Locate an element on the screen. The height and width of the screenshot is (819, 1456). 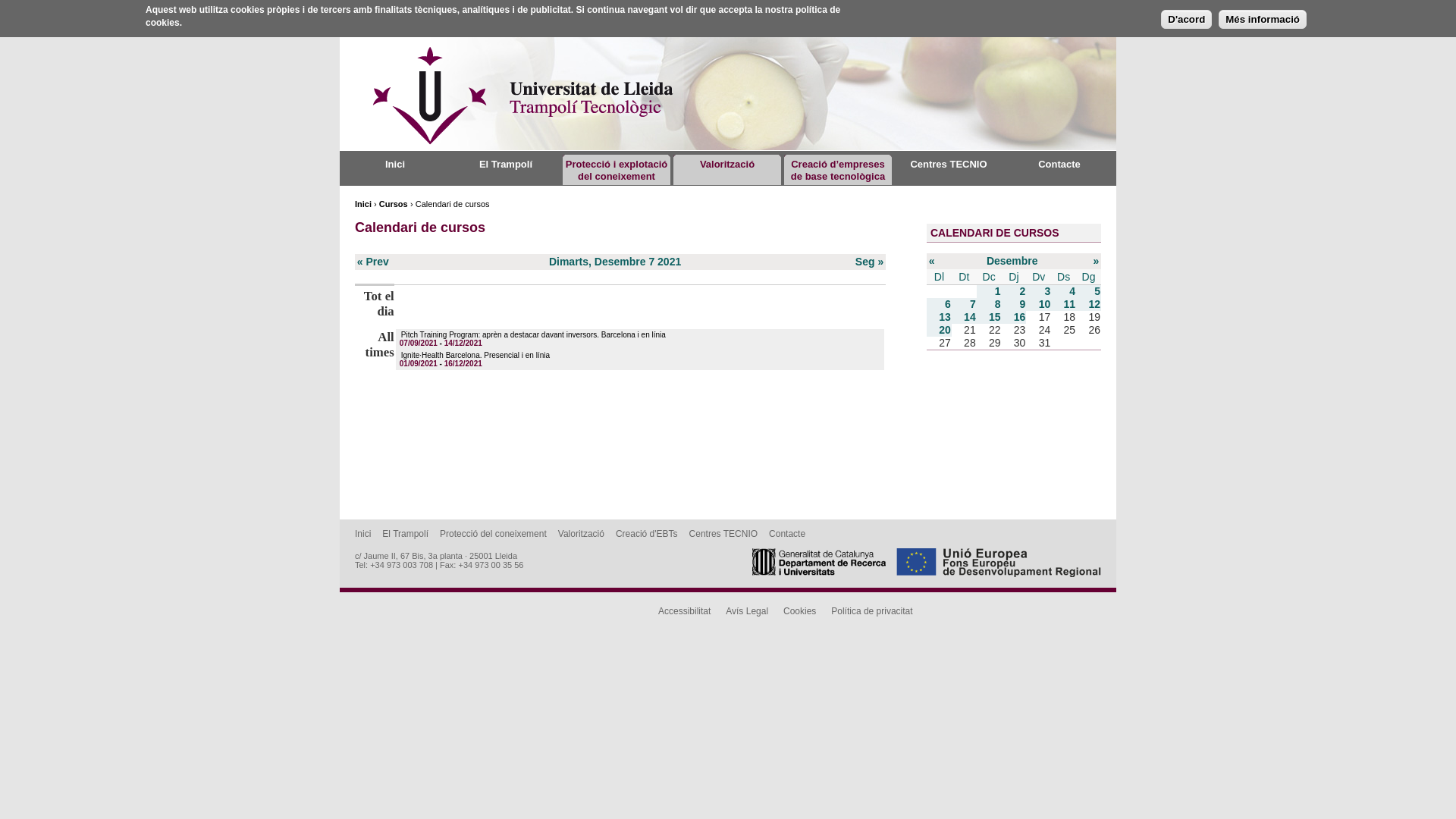
'12' is located at coordinates (1094, 304).